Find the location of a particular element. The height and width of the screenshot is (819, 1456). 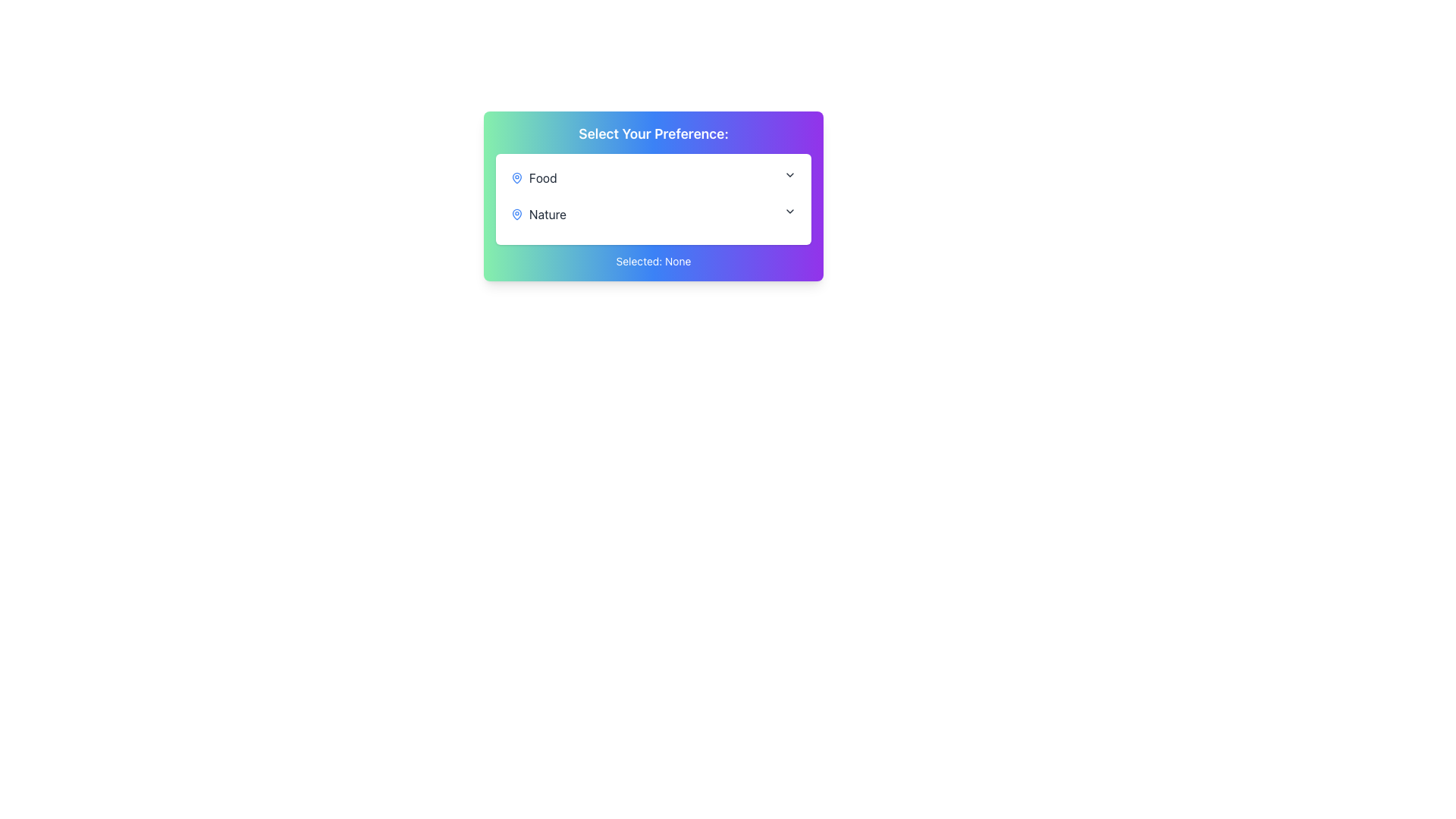

the list item labeled 'Nature' in the dropdown menu is located at coordinates (654, 214).